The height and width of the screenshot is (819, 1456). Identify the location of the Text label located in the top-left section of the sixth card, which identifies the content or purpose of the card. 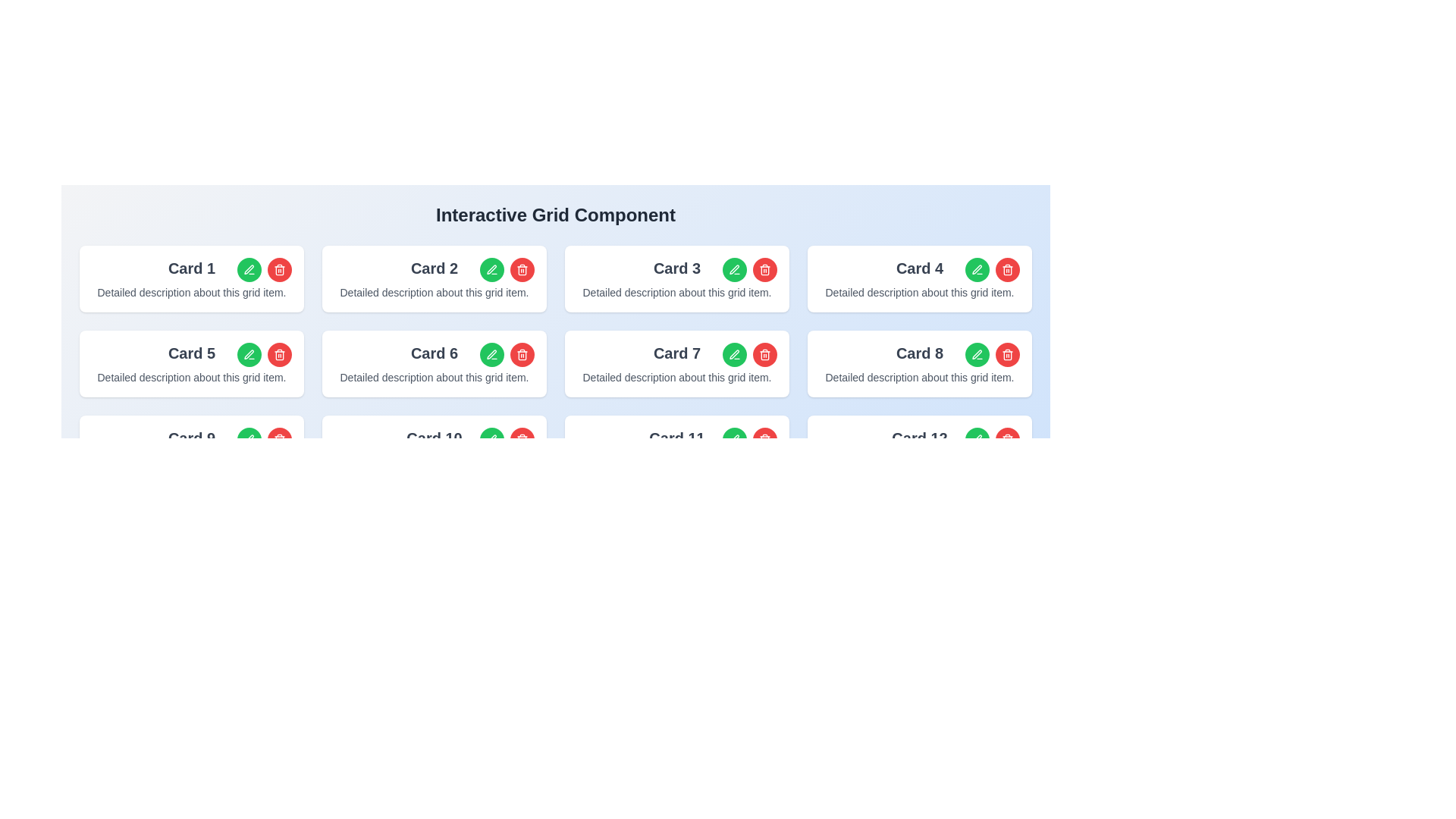
(433, 353).